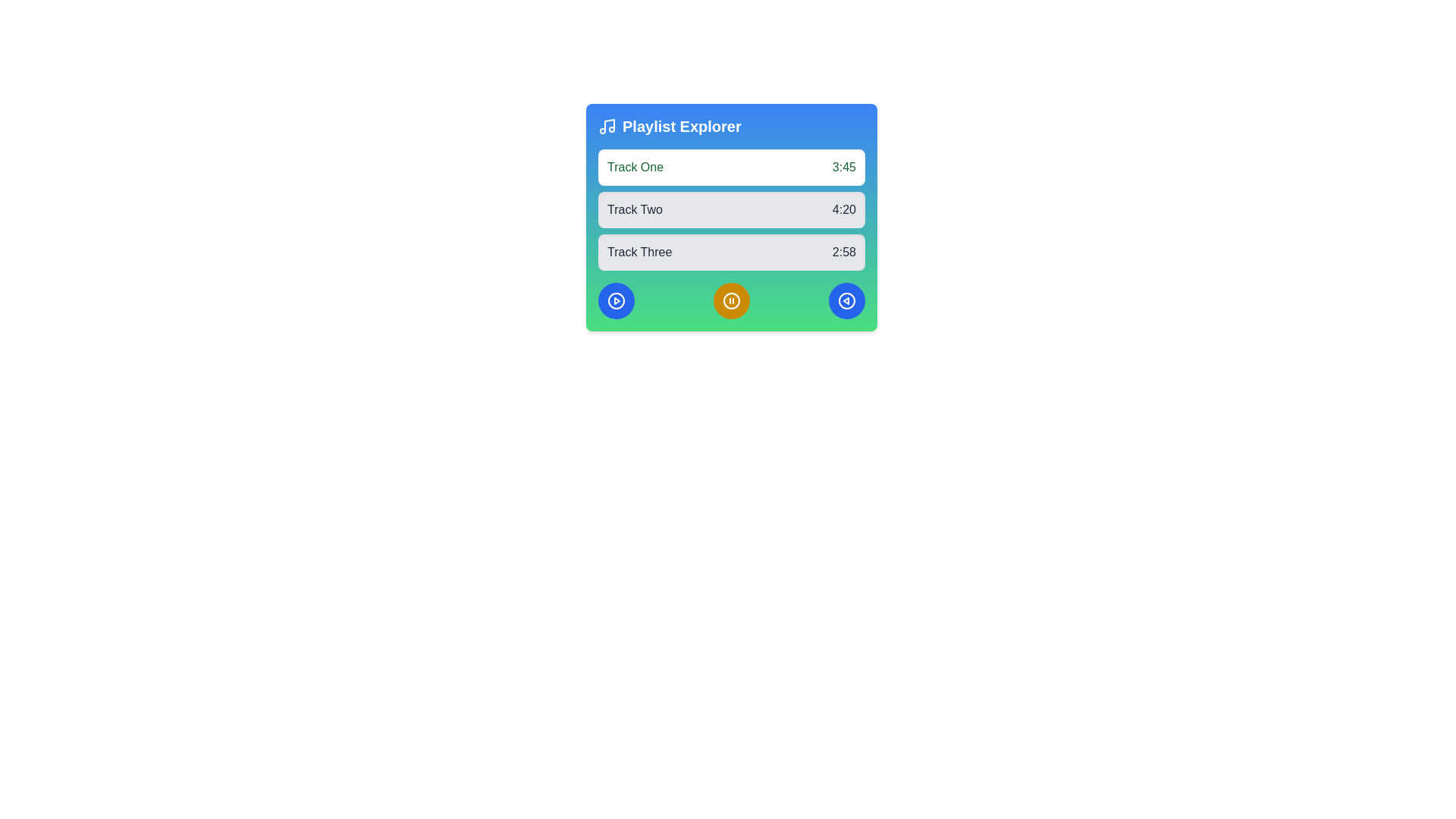 The image size is (1456, 819). Describe the element at coordinates (731, 167) in the screenshot. I see `the first list item representing 'Track One' with duration '3:45' in the 'Playlist Explorer' content block` at that location.